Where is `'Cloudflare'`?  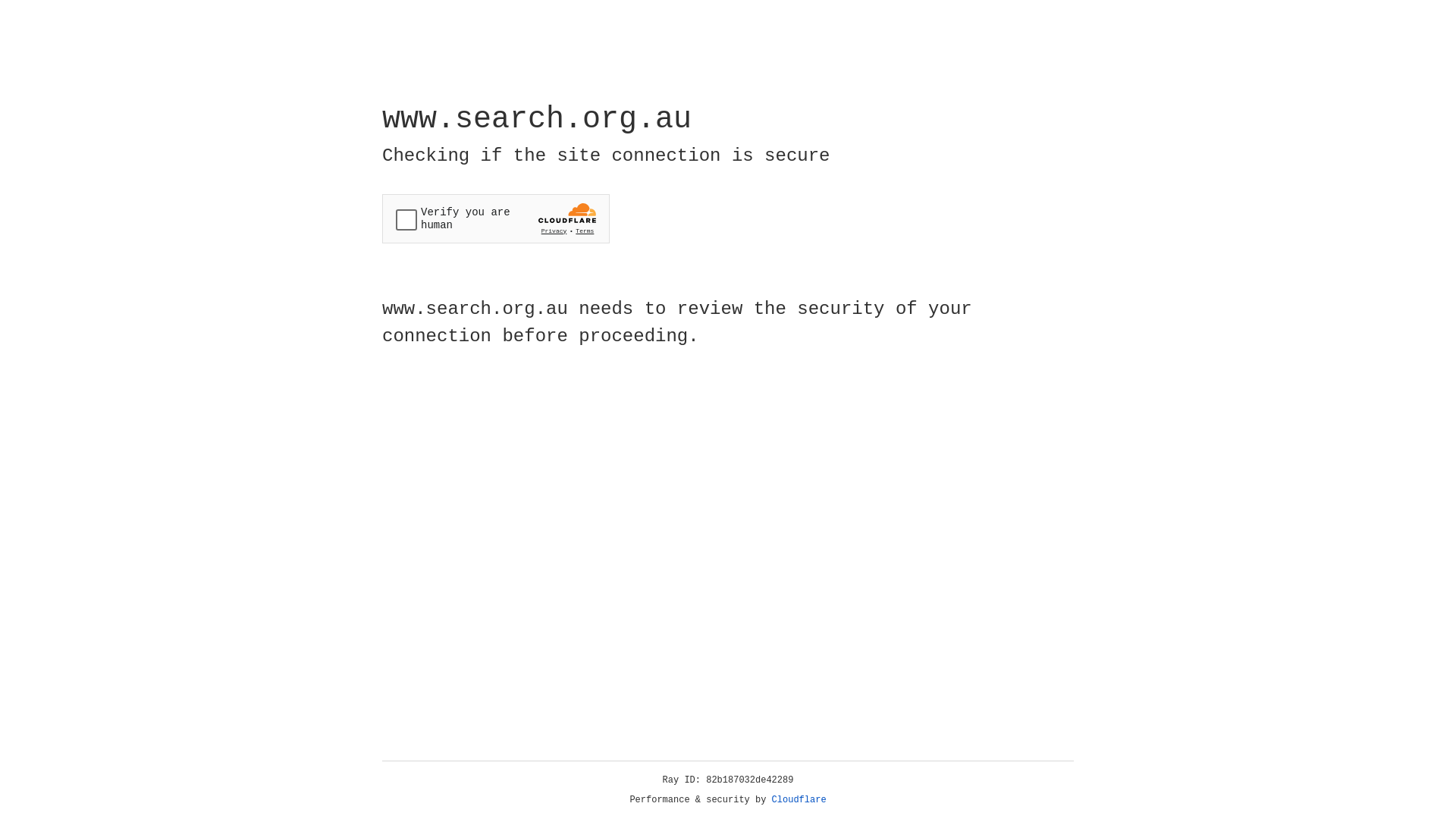 'Cloudflare' is located at coordinates (799, 799).